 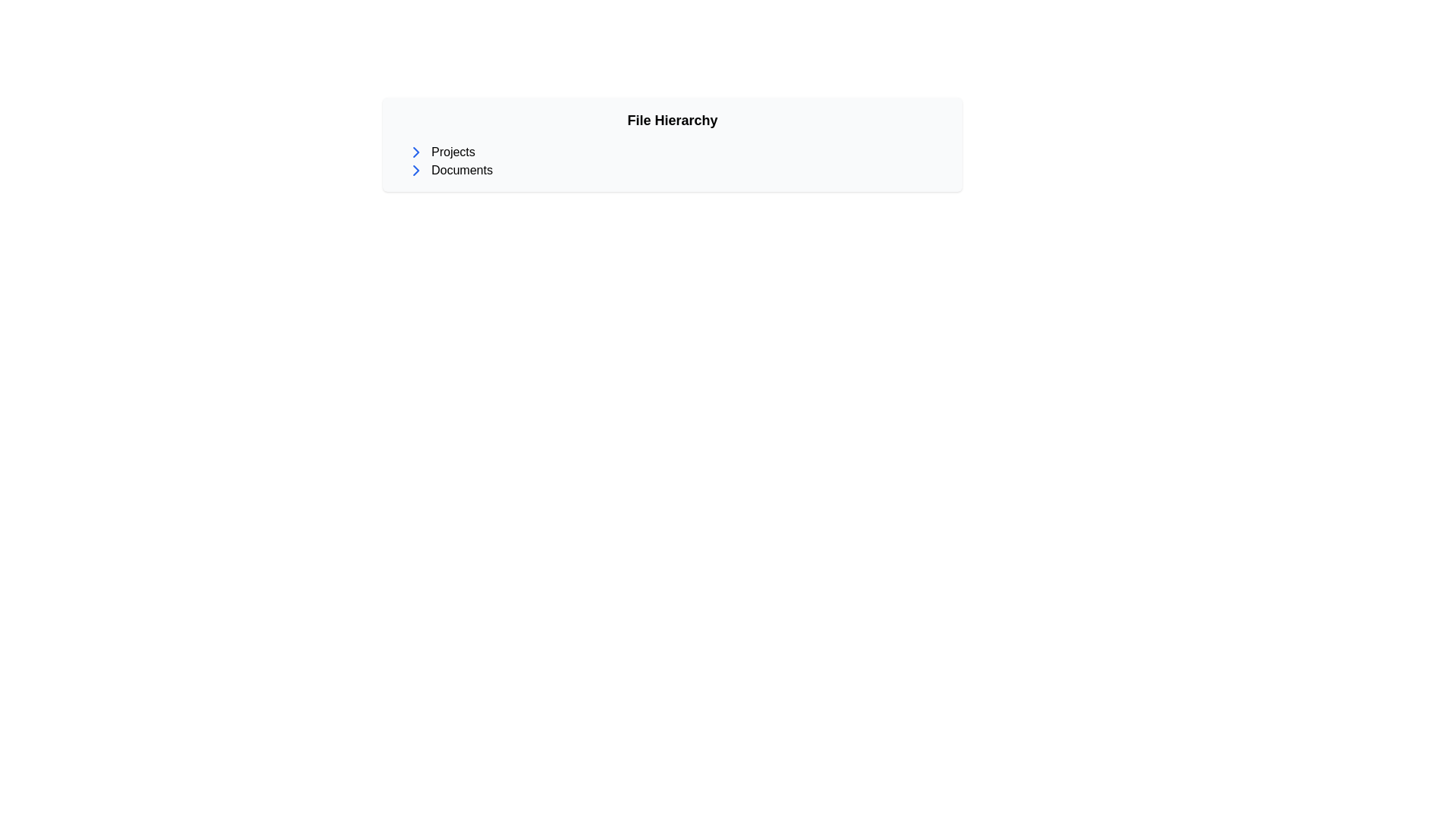 I want to click on the blue right-pointing chevron icon located to the left of the 'Documents' text for keyboard navigation, so click(x=416, y=170).